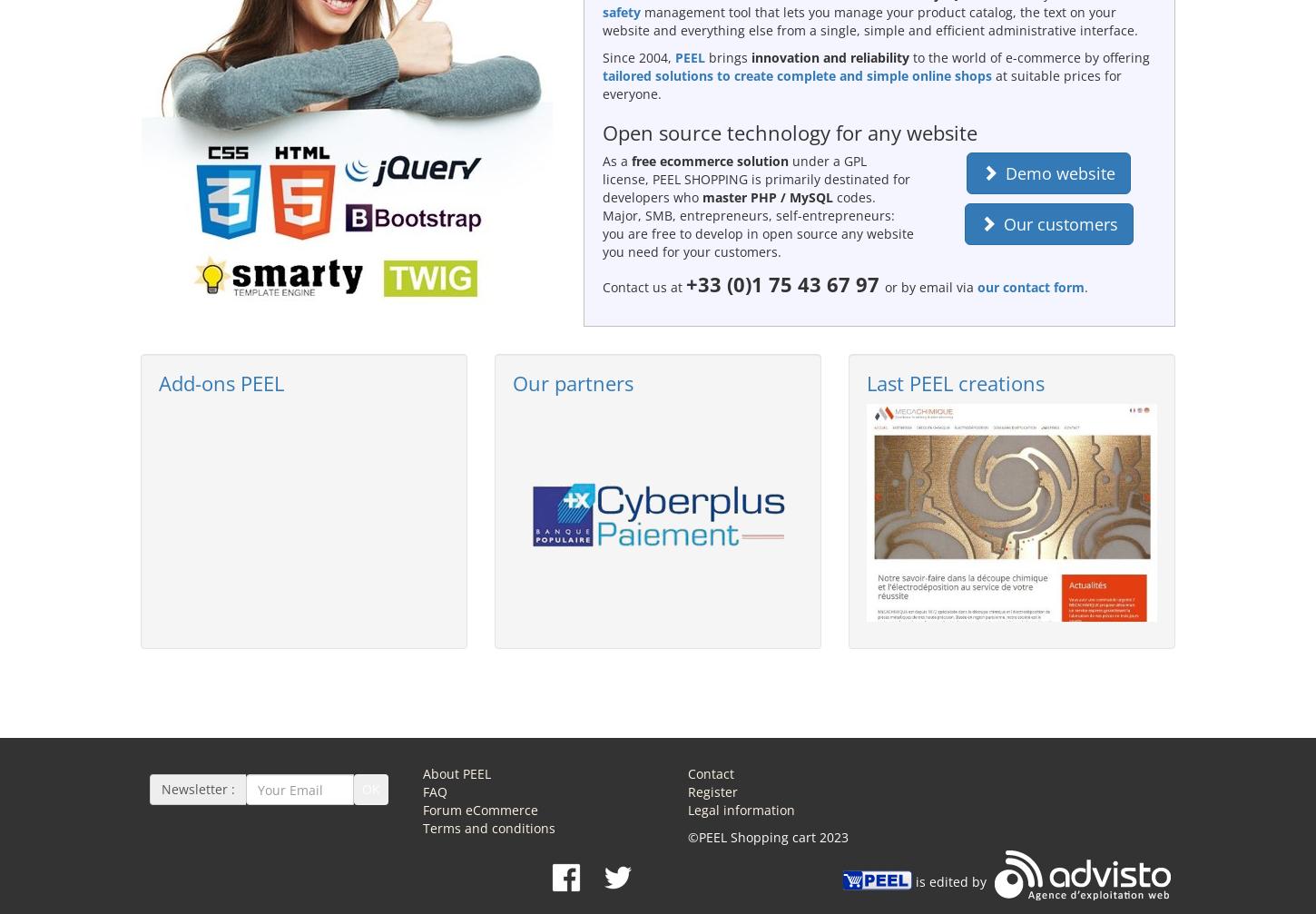 This screenshot has width=1316, height=914. I want to click on 'to the world of e-commerce by offering', so click(908, 56).